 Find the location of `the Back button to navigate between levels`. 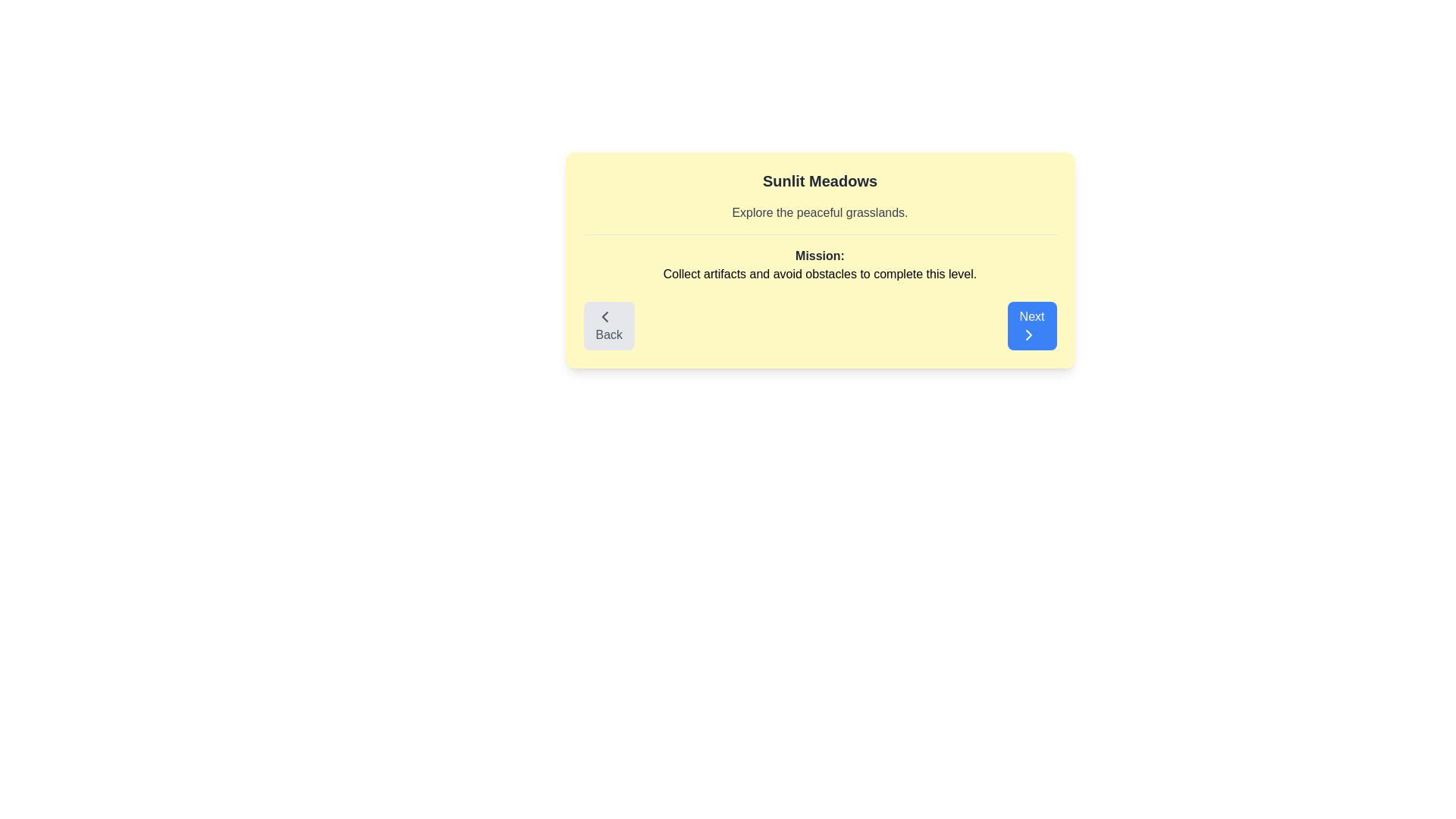

the Back button to navigate between levels is located at coordinates (609, 325).